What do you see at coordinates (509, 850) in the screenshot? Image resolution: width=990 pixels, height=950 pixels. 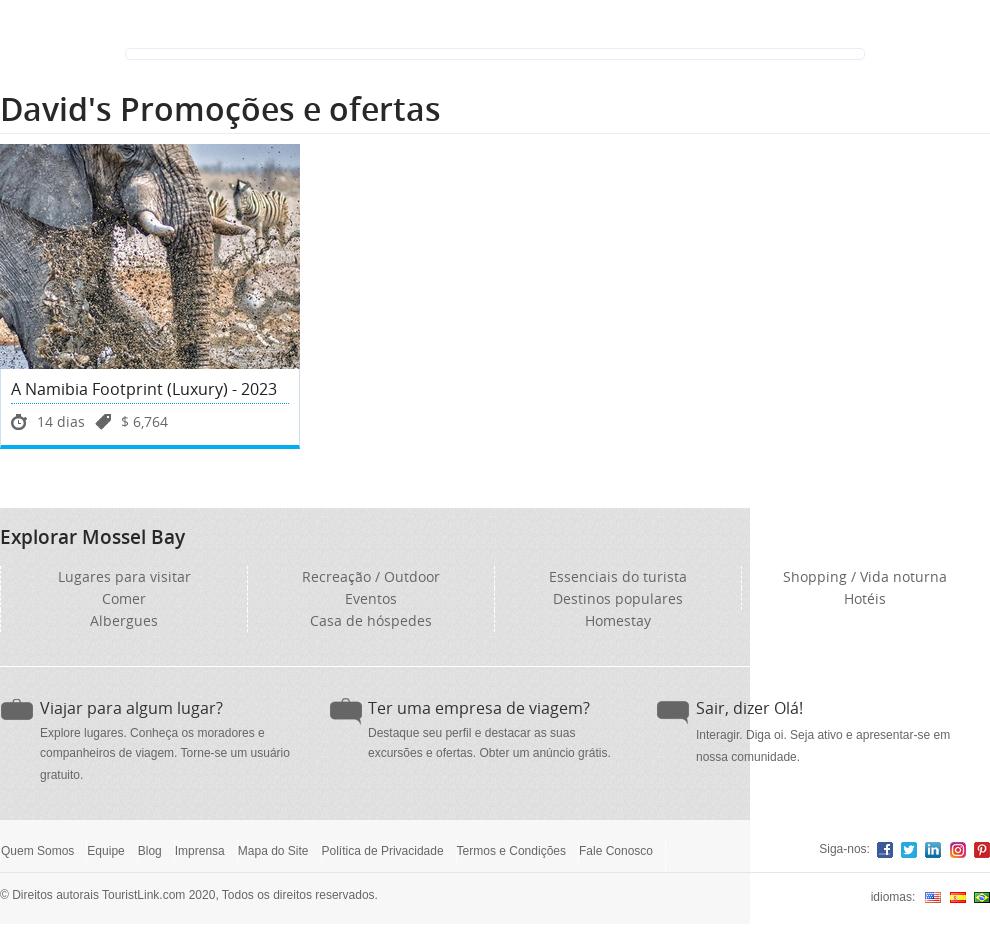 I see `'Termos e Condições'` at bounding box center [509, 850].